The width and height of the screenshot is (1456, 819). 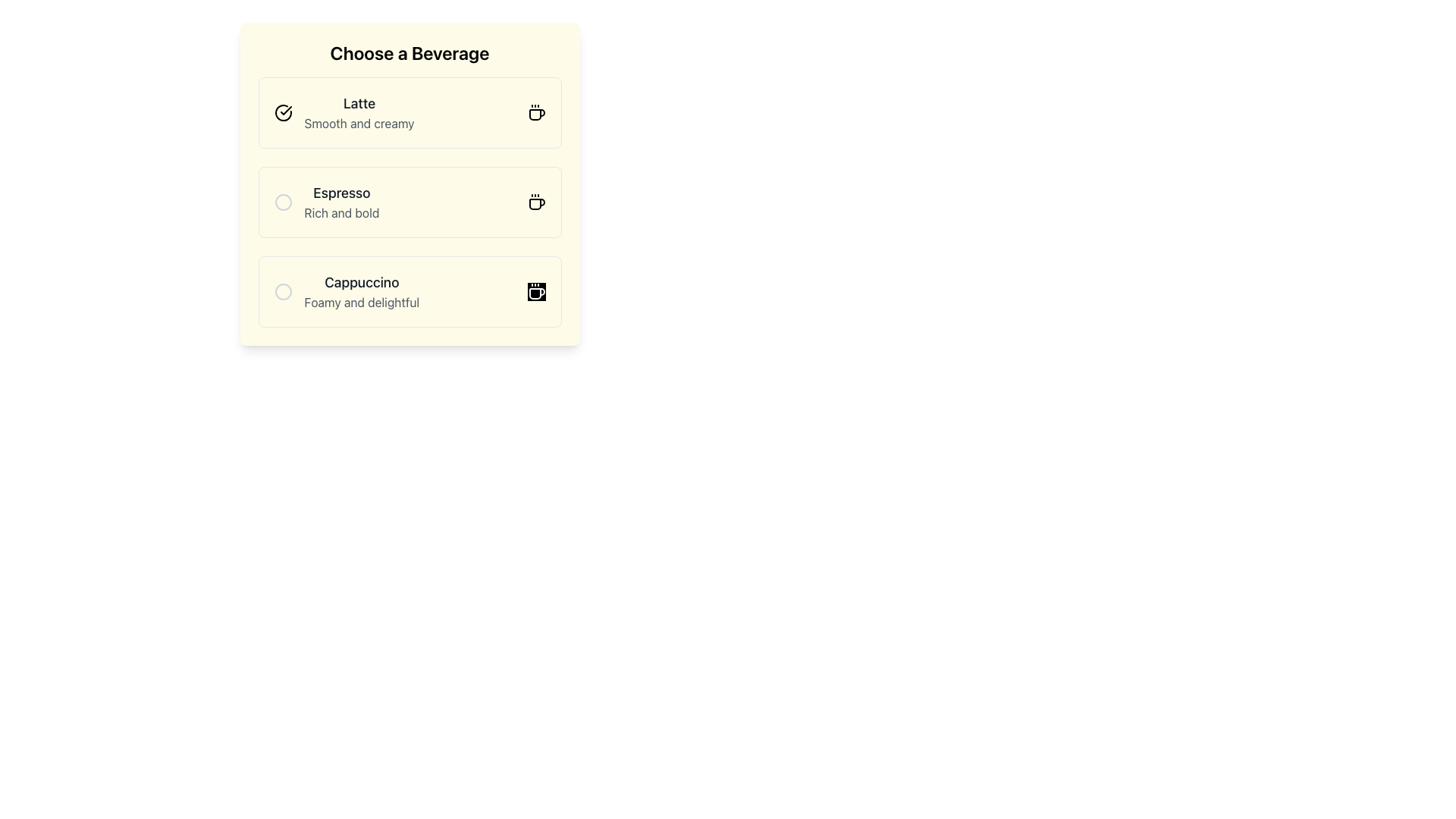 I want to click on the black coffee cup icon with a white outline and handle, located at the rightmost side of the list item describing 'Cappuccino', which is the third item under 'Choose a Beverage', so click(x=536, y=292).